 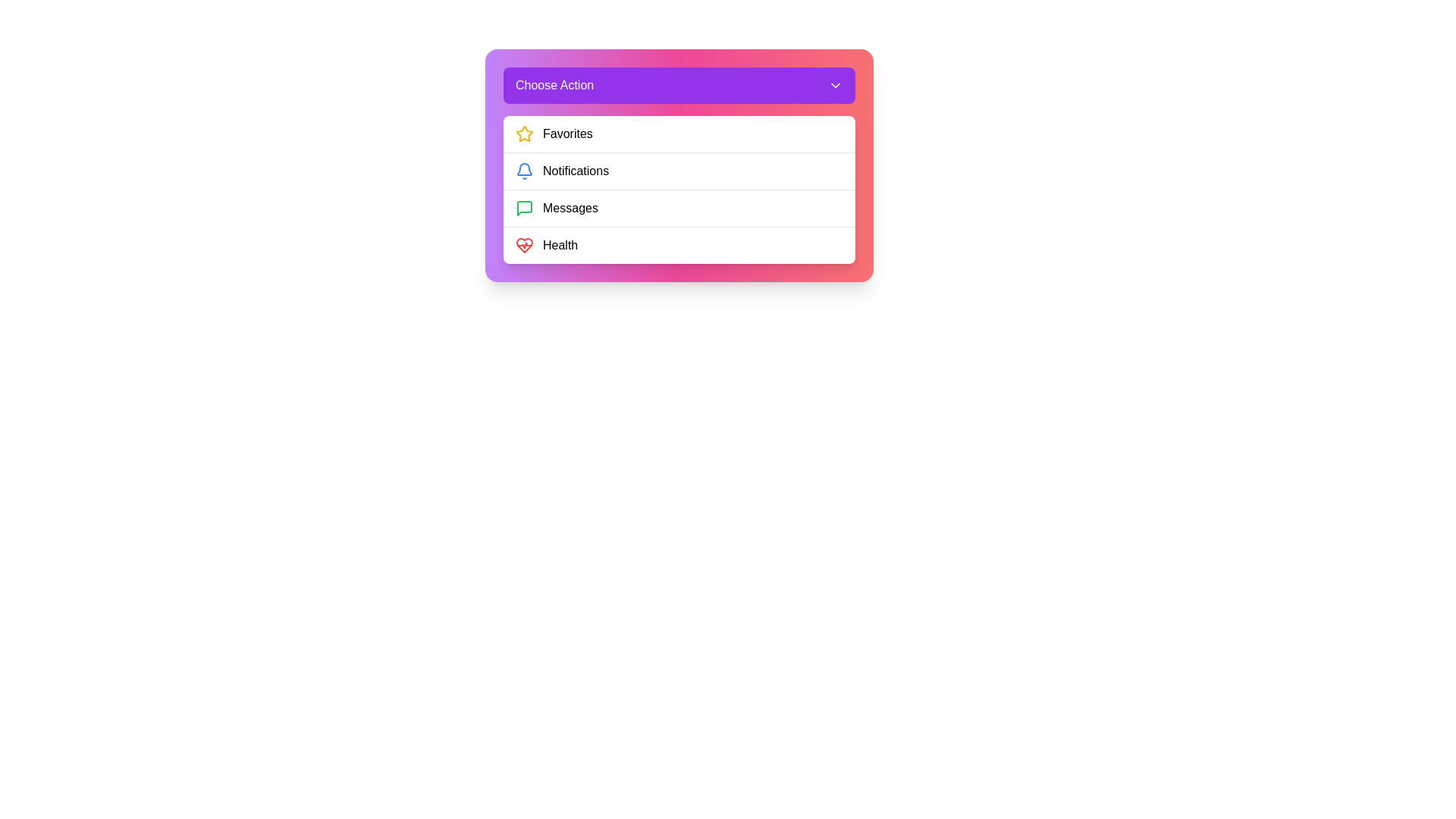 What do you see at coordinates (679, 189) in the screenshot?
I see `the 'Notifications' dropdown menu item located within the 'Choose Action' dropdown` at bounding box center [679, 189].